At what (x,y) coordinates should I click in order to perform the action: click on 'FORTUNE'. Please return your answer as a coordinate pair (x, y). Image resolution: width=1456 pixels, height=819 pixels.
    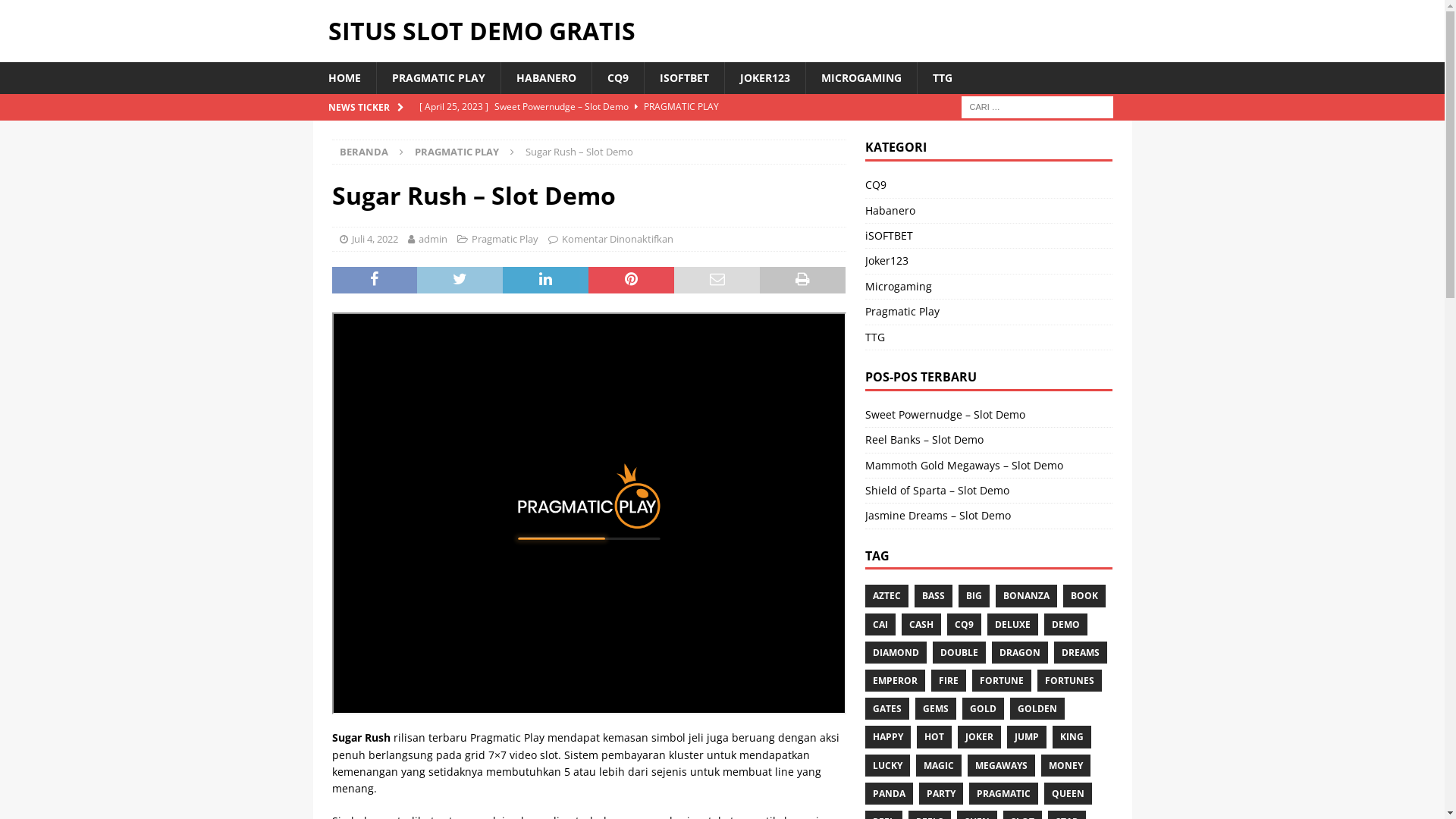
    Looking at the image, I should click on (1001, 679).